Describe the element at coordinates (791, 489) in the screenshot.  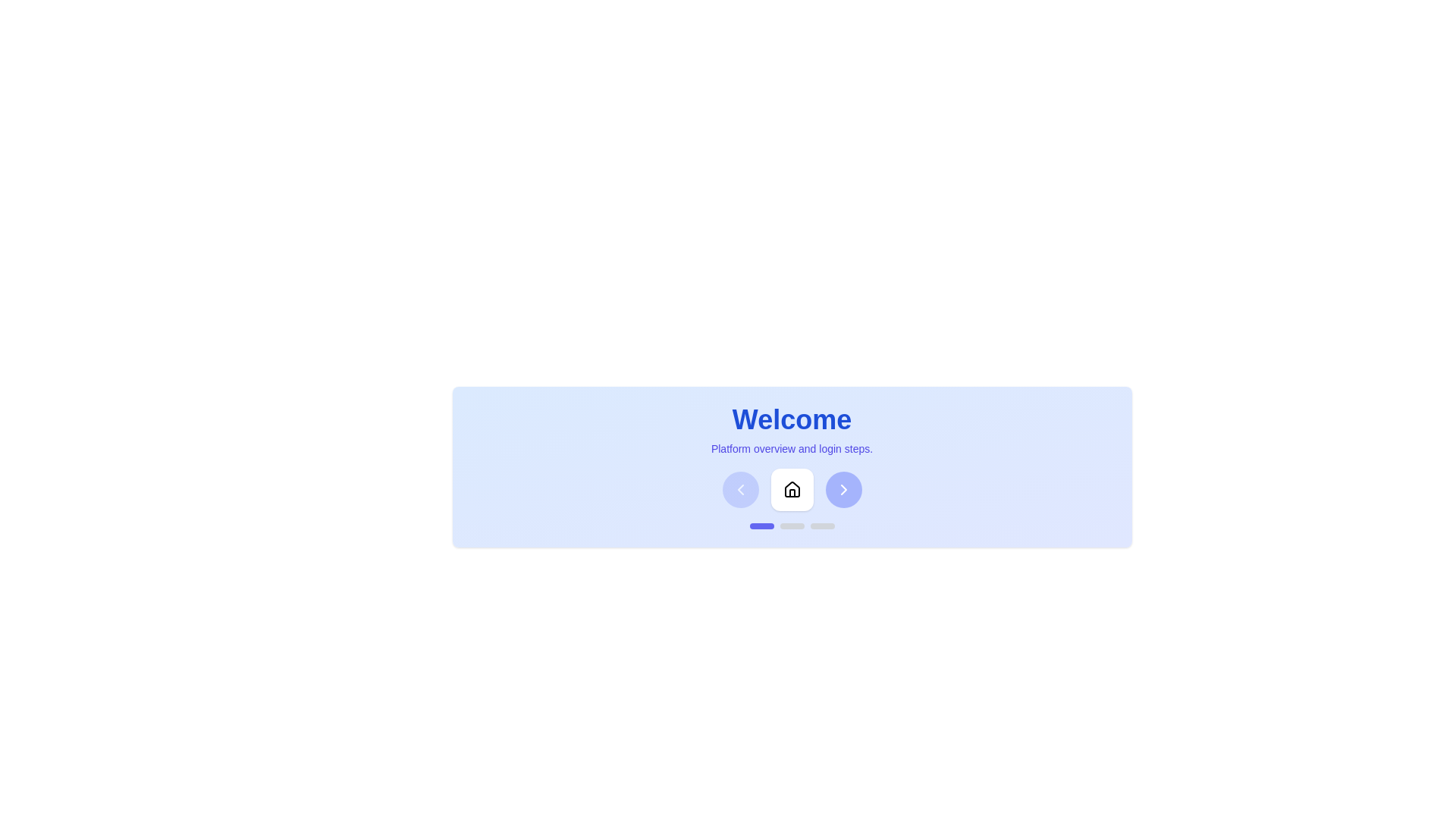
I see `the central icon in the component` at that location.